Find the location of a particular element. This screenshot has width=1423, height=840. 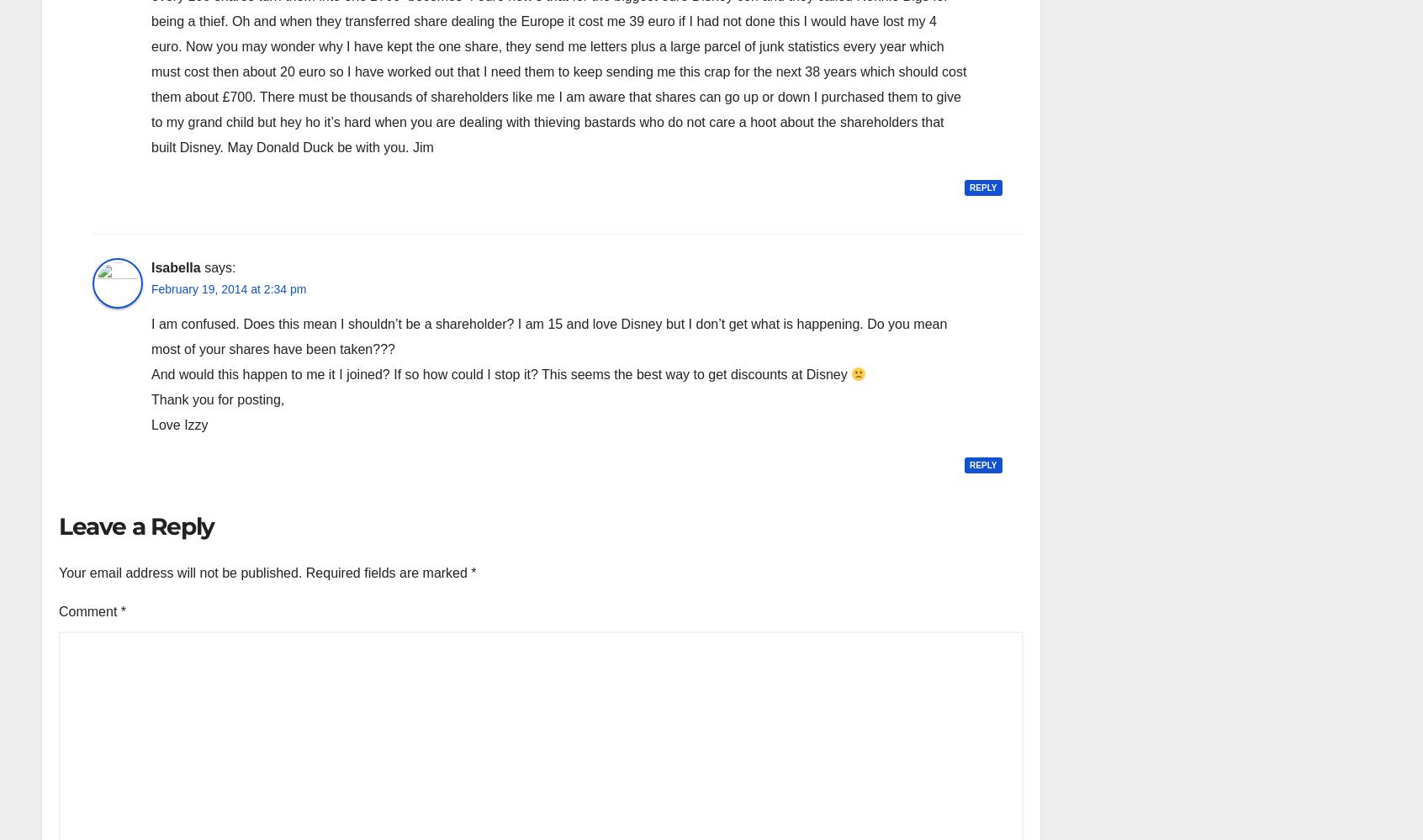

'I am confused. Does this mean I shouldn’t be a shareholder? I am 15 and love Disney but I don’t get what is happening. Do you mean most of your shares have been taken???' is located at coordinates (548, 335).